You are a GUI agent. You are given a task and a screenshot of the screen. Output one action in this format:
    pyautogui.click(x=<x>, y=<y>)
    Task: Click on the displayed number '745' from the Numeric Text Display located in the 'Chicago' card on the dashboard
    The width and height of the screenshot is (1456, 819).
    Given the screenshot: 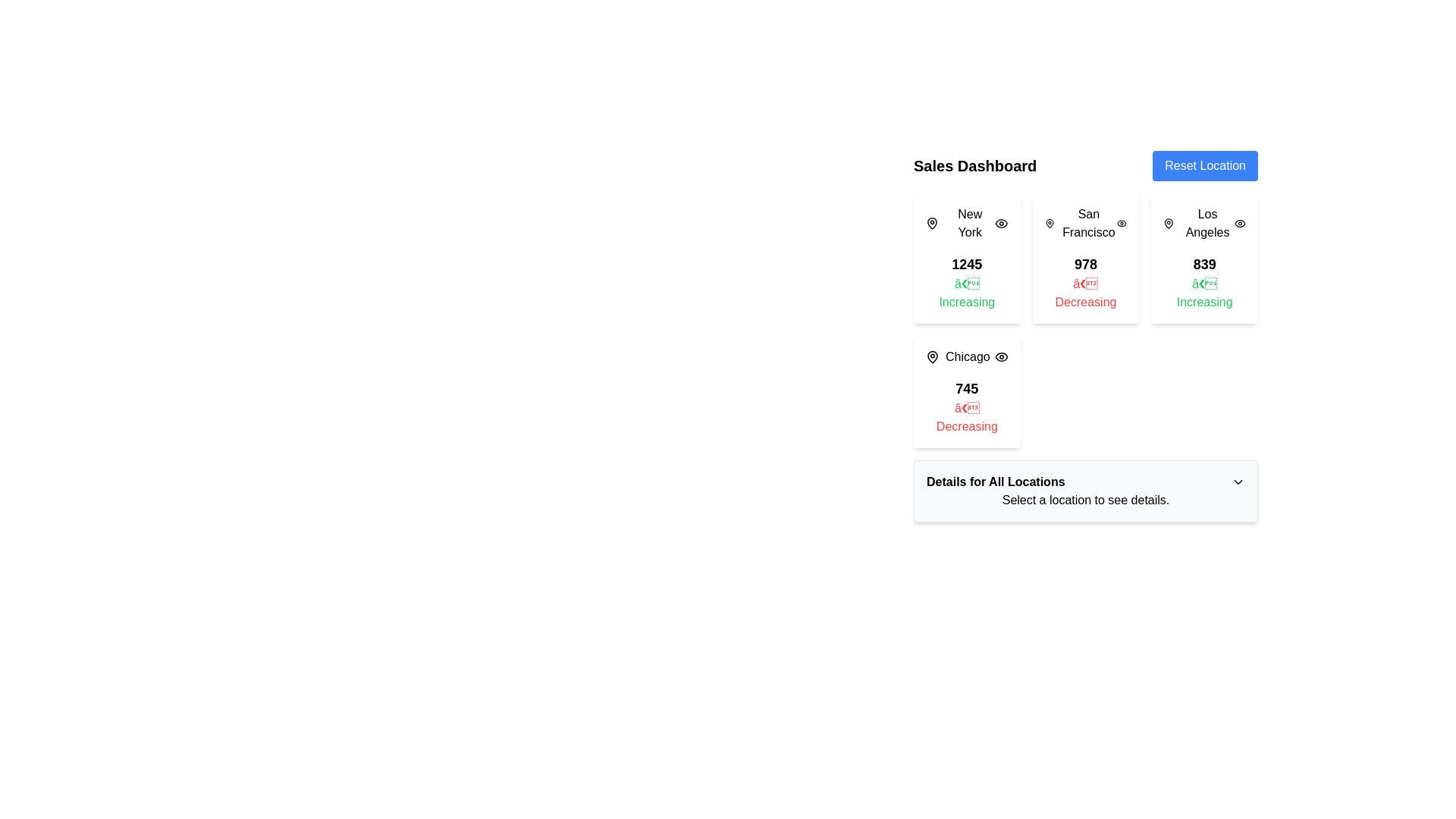 What is the action you would take?
    pyautogui.click(x=966, y=388)
    